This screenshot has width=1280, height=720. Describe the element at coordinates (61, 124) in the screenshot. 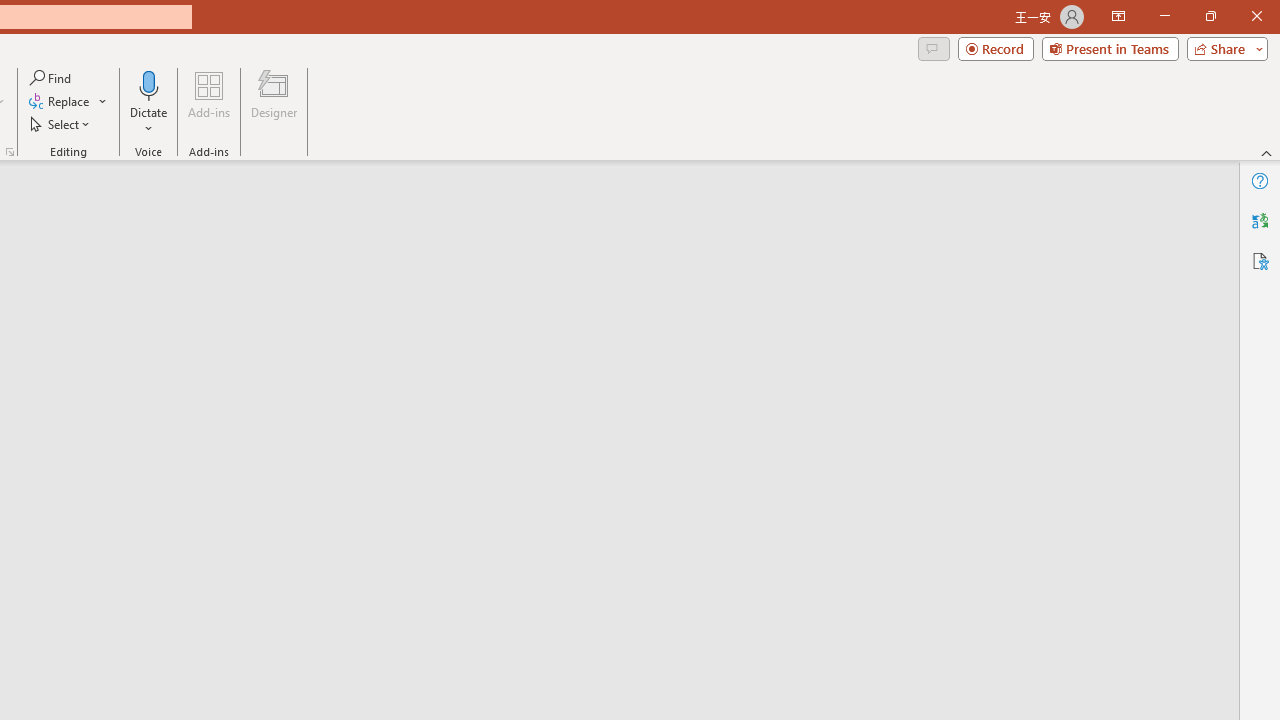

I see `'Select'` at that location.